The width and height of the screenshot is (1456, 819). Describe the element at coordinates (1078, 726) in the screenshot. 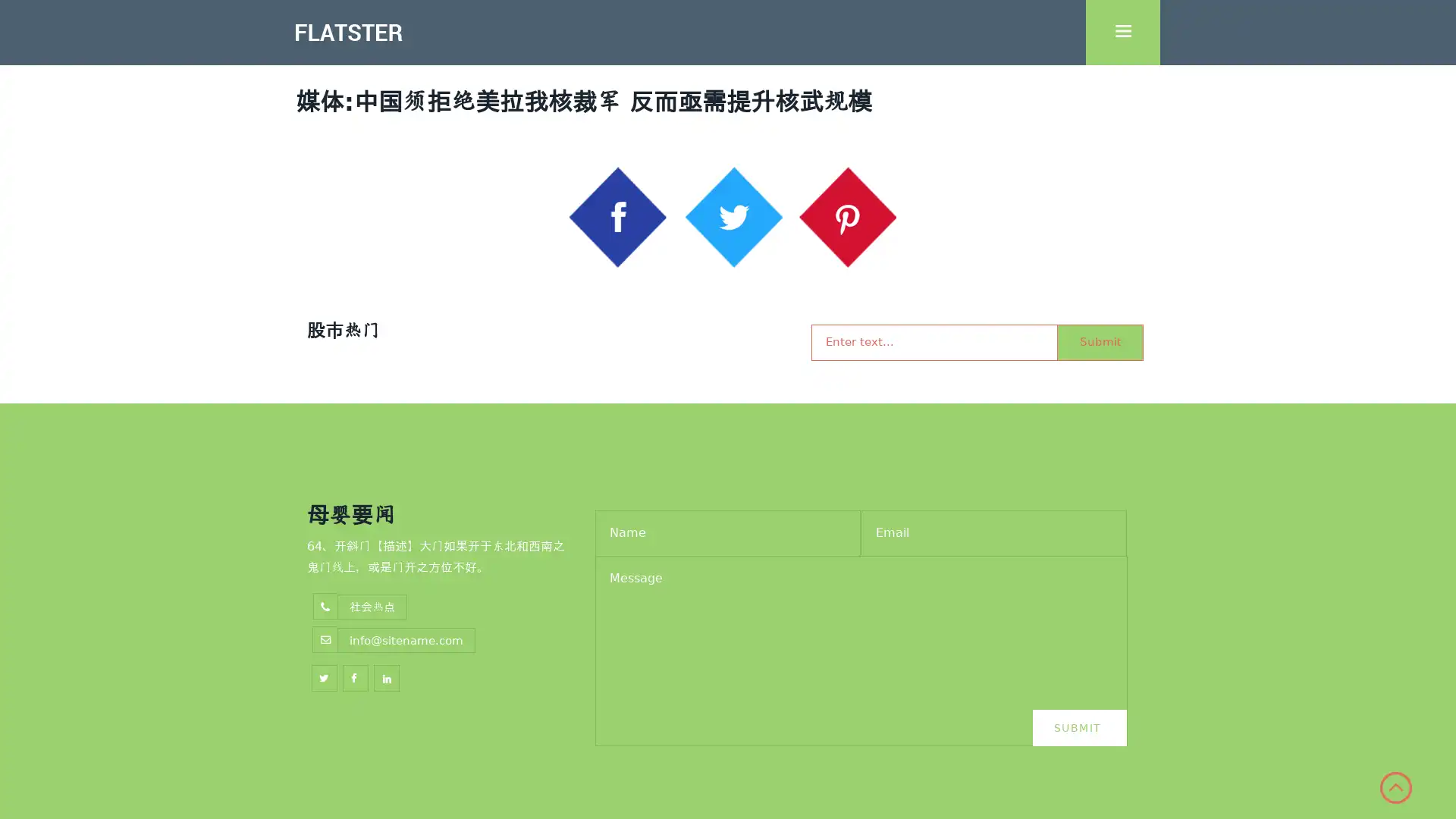

I see `Submit` at that location.